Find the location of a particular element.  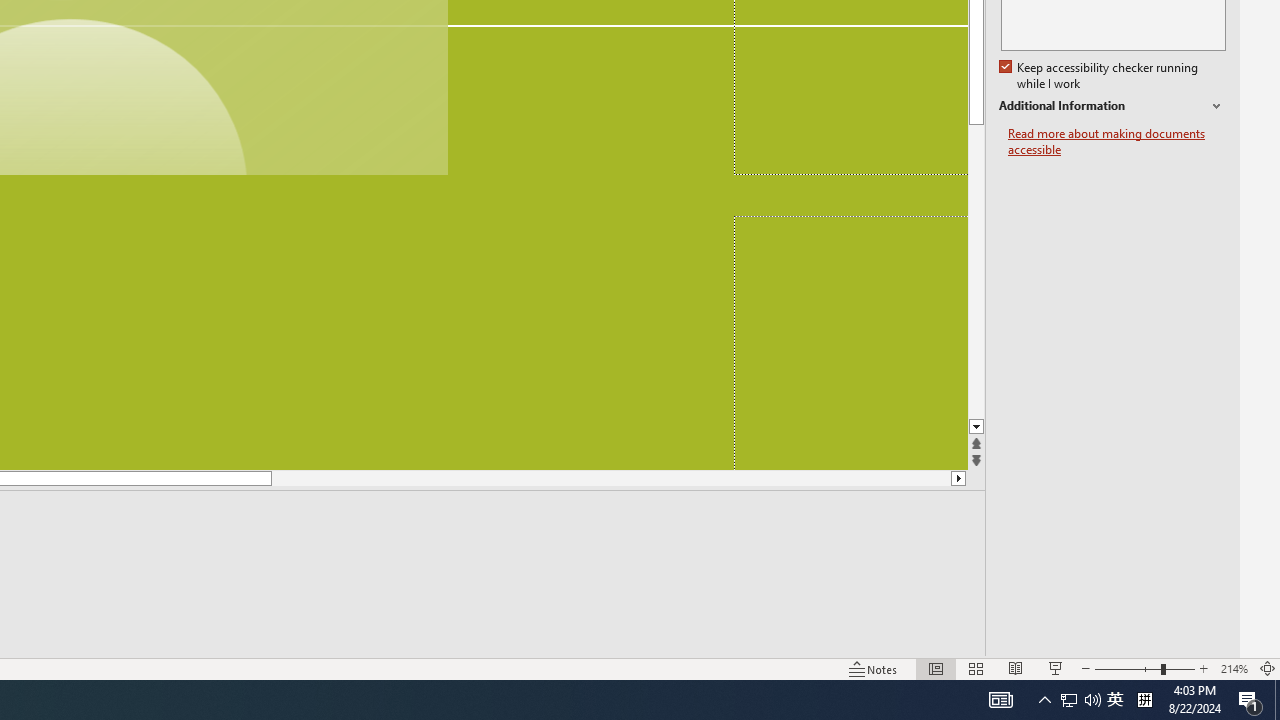

'Read more about making documents accessible' is located at coordinates (1116, 141).